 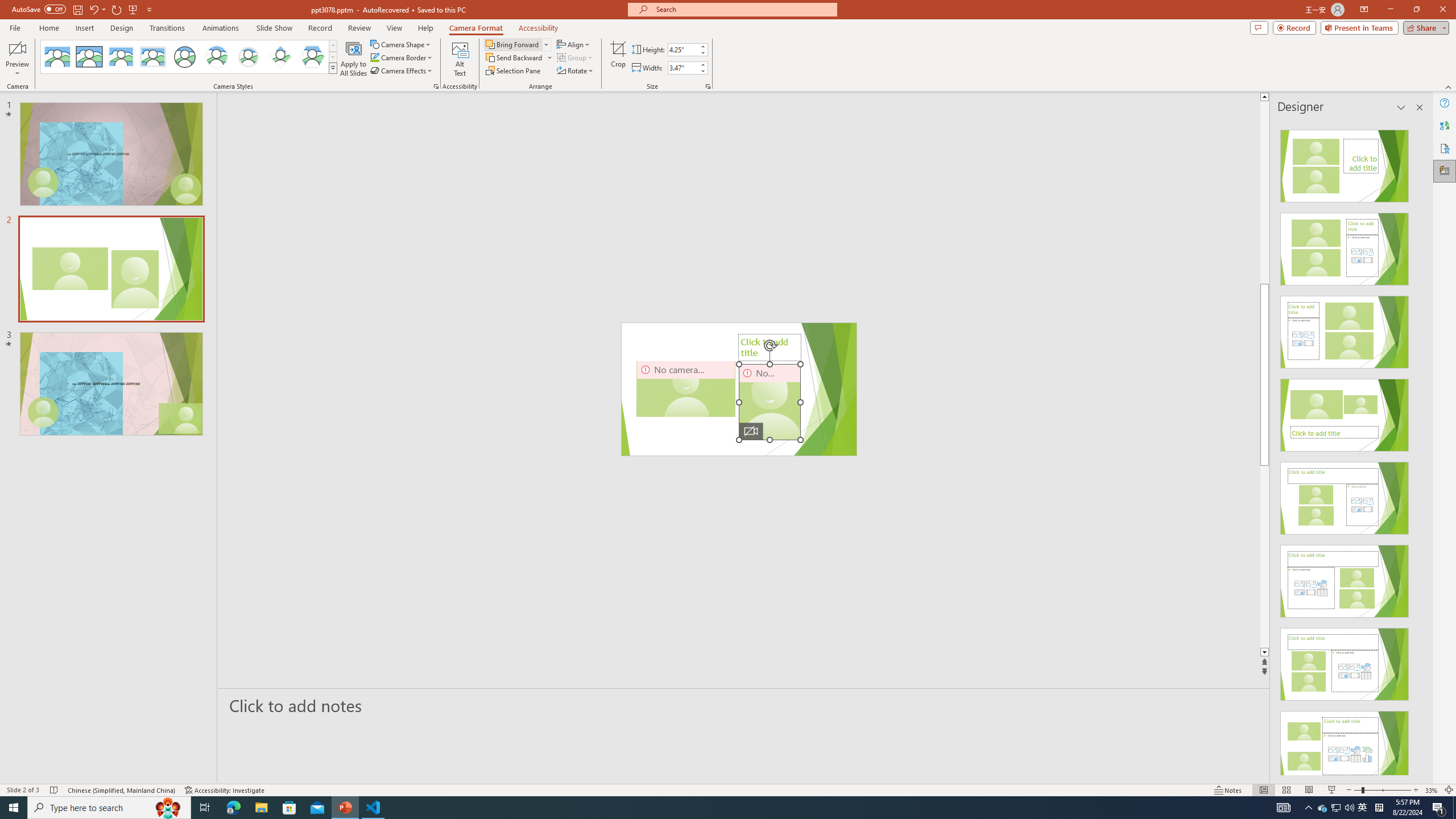 What do you see at coordinates (401, 44) in the screenshot?
I see `'Camera Shape'` at bounding box center [401, 44].